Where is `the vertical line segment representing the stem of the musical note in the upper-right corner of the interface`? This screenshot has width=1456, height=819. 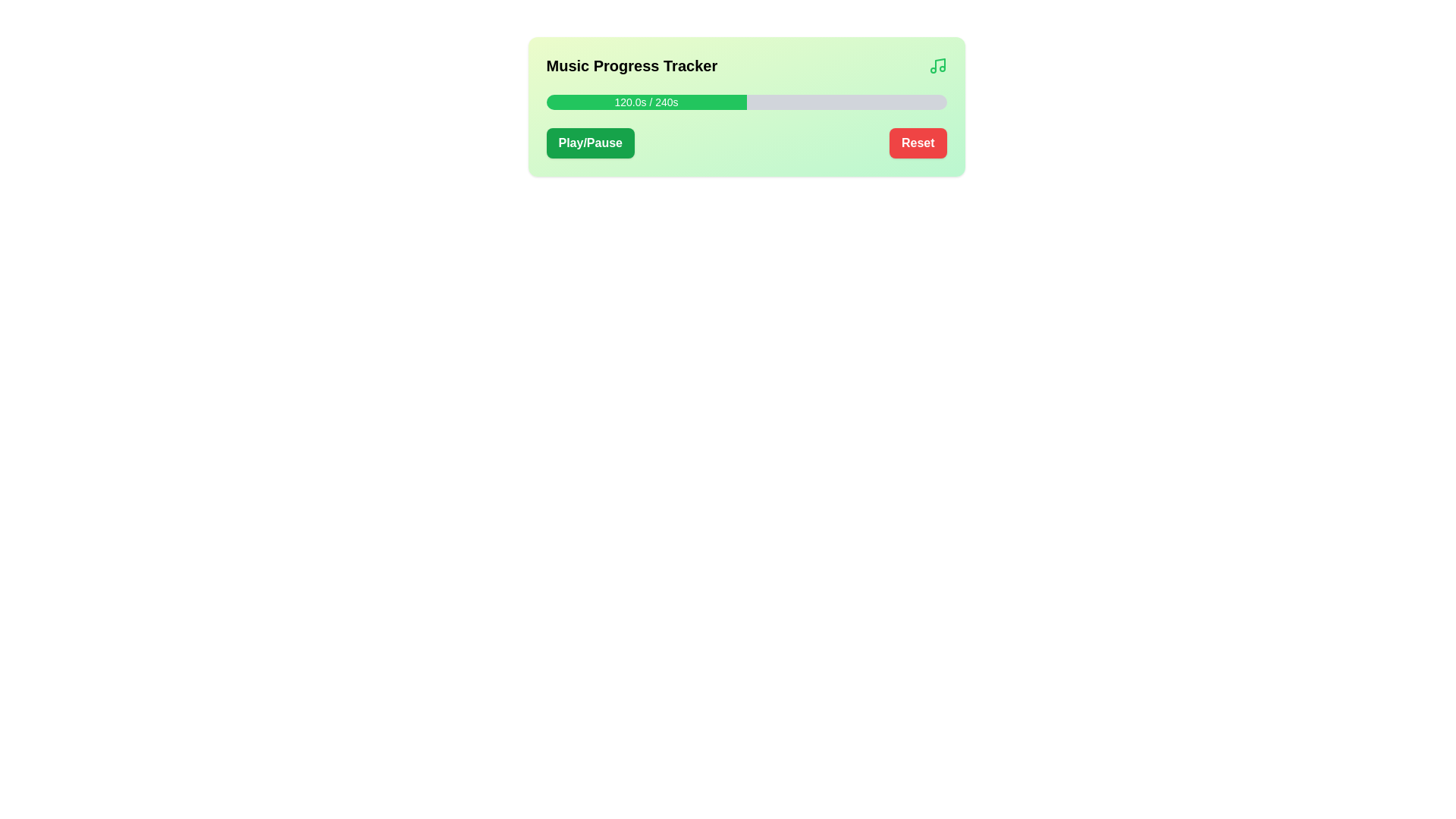
the vertical line segment representing the stem of the musical note in the upper-right corner of the interface is located at coordinates (939, 64).